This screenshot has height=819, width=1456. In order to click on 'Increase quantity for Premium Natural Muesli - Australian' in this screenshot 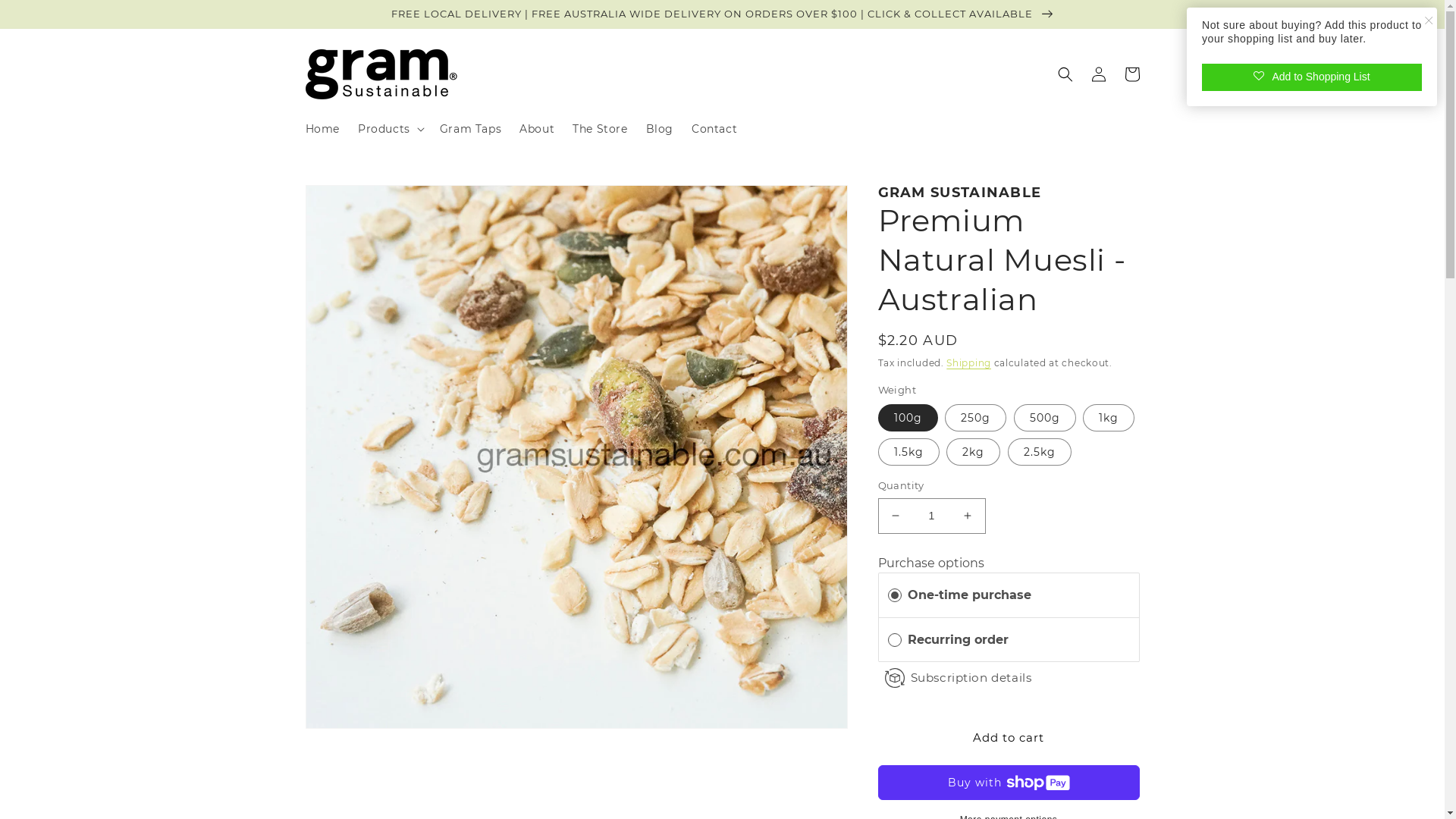, I will do `click(967, 515)`.